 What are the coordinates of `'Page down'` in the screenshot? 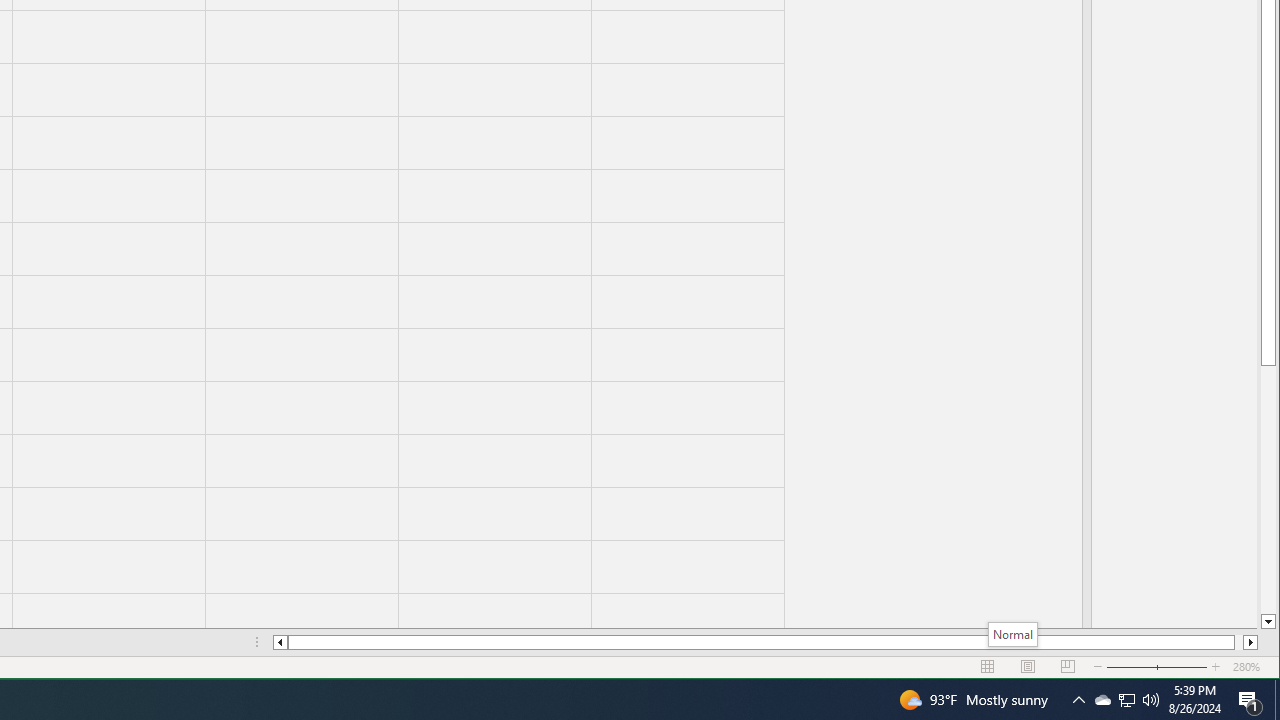 It's located at (1267, 489).